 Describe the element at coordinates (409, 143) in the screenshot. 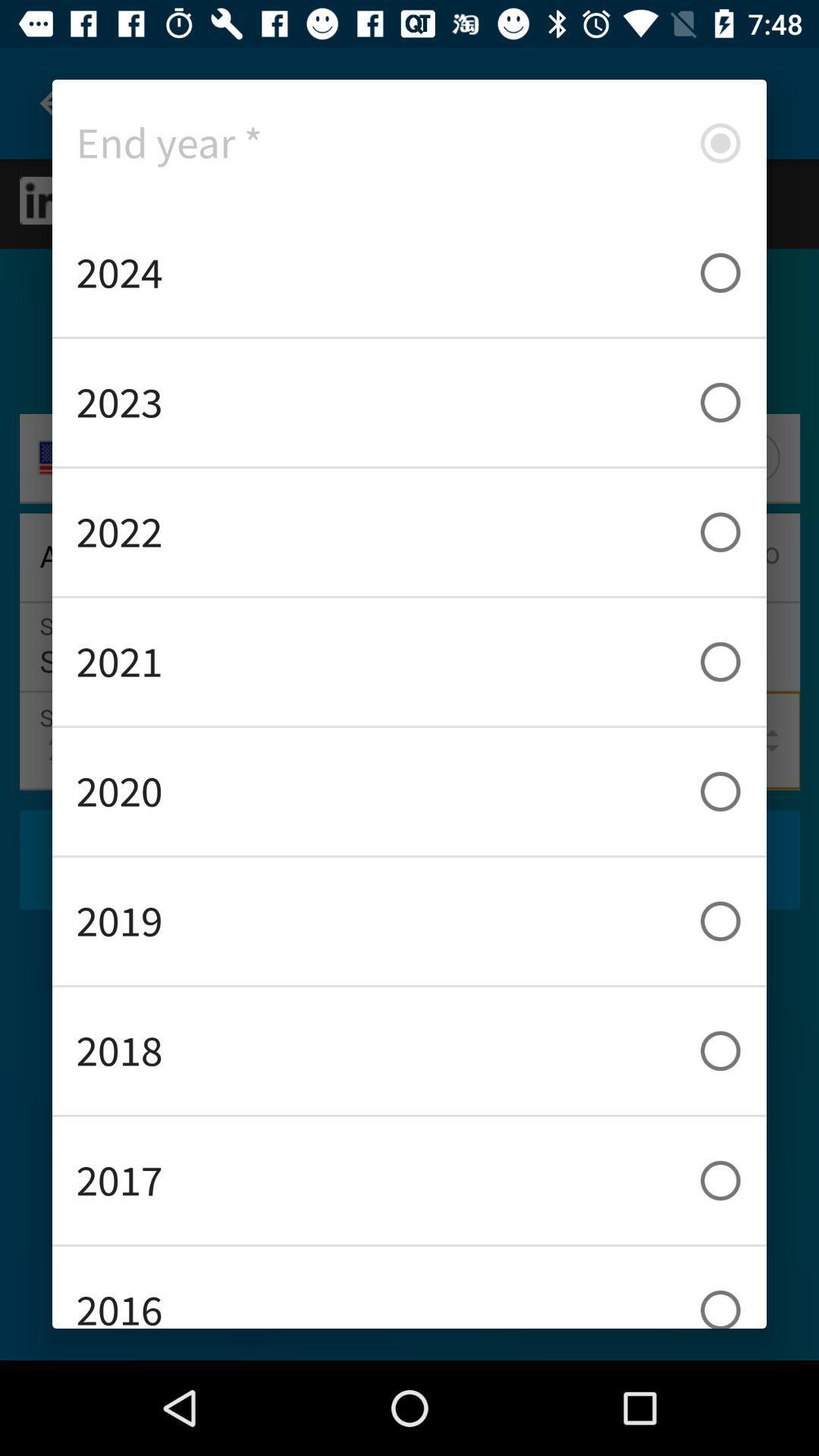

I see `the end year *` at that location.